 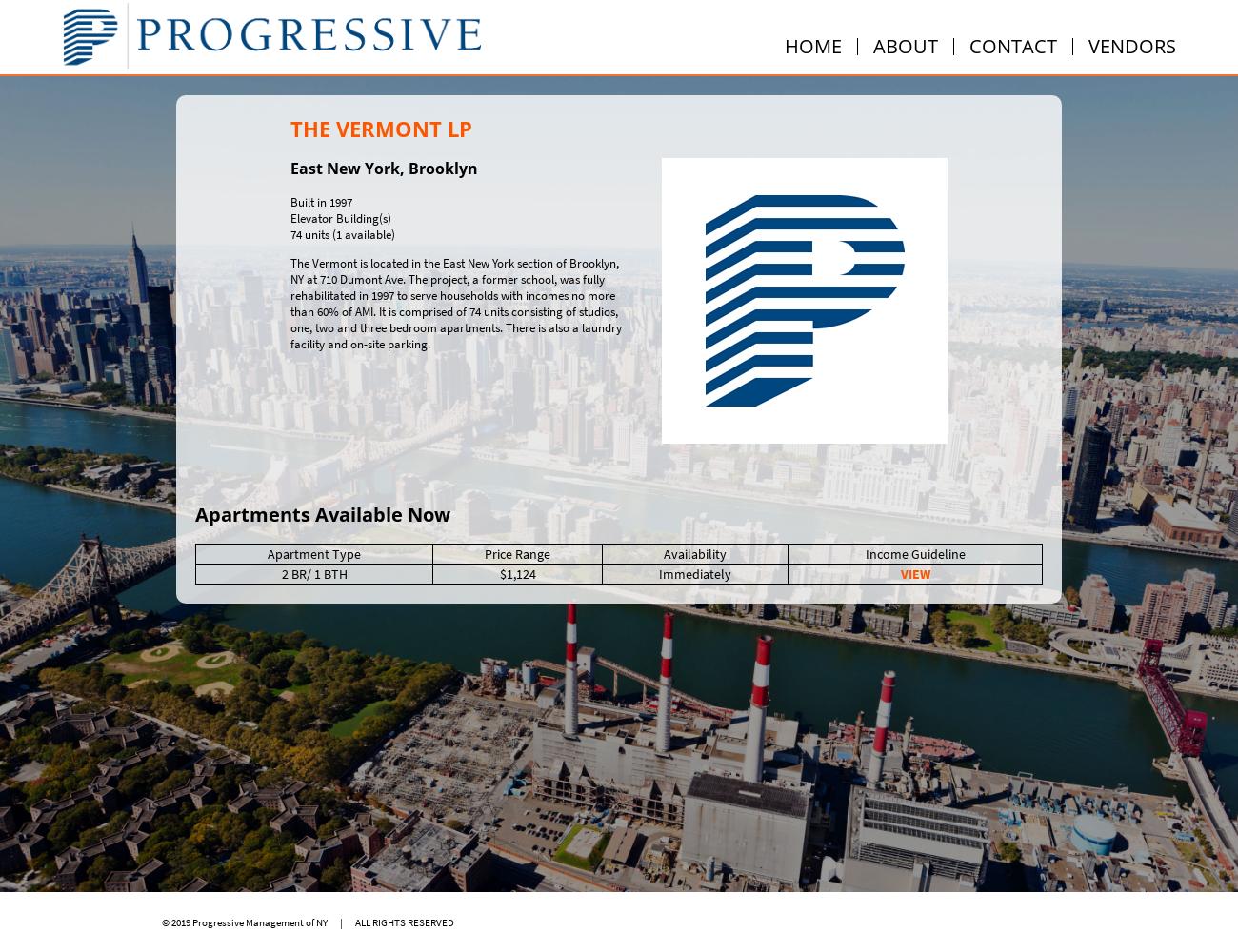 What do you see at coordinates (322, 514) in the screenshot?
I see `'Apartments Available Now'` at bounding box center [322, 514].